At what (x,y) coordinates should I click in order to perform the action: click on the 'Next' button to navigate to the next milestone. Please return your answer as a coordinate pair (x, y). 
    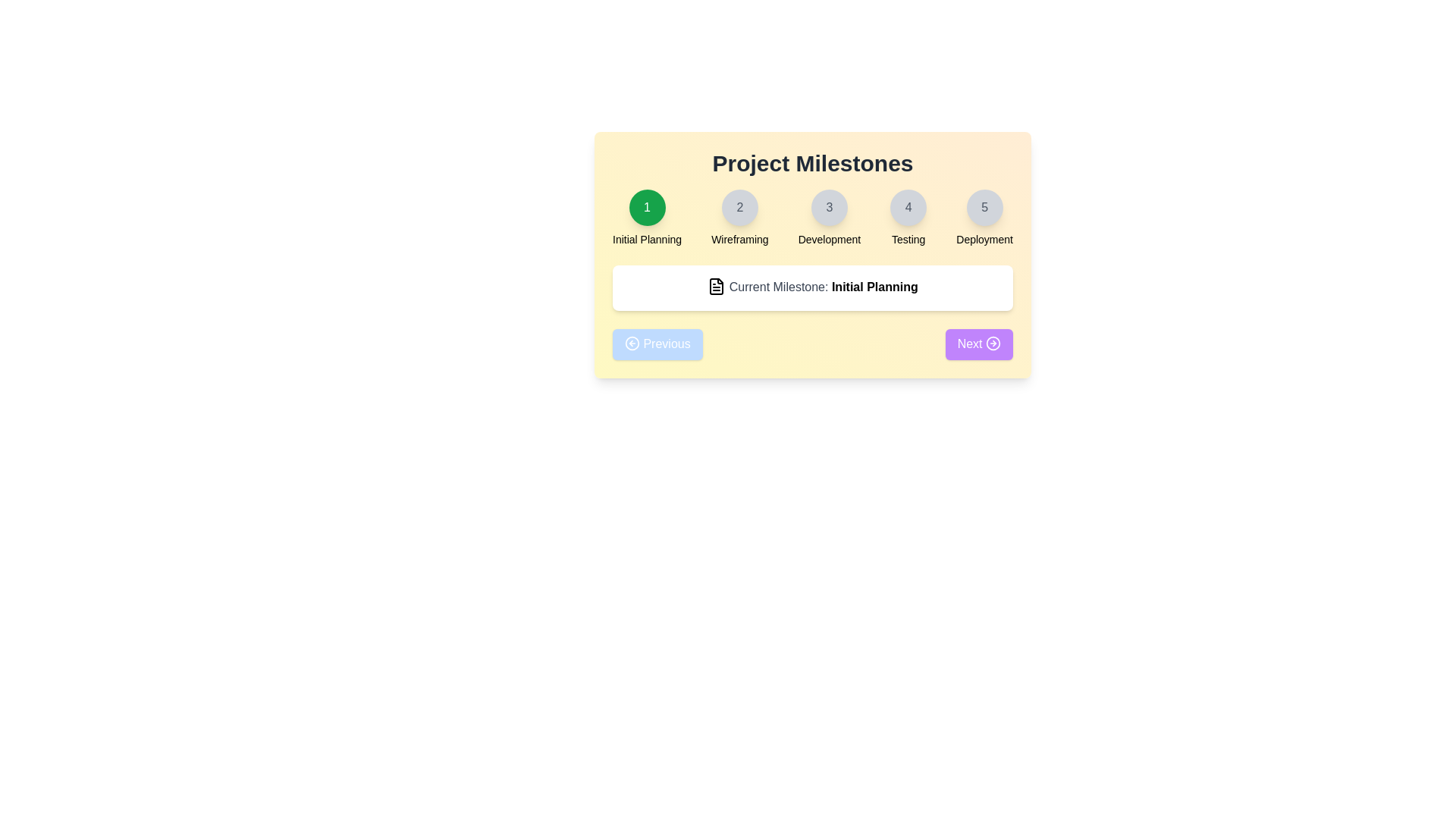
    Looking at the image, I should click on (979, 344).